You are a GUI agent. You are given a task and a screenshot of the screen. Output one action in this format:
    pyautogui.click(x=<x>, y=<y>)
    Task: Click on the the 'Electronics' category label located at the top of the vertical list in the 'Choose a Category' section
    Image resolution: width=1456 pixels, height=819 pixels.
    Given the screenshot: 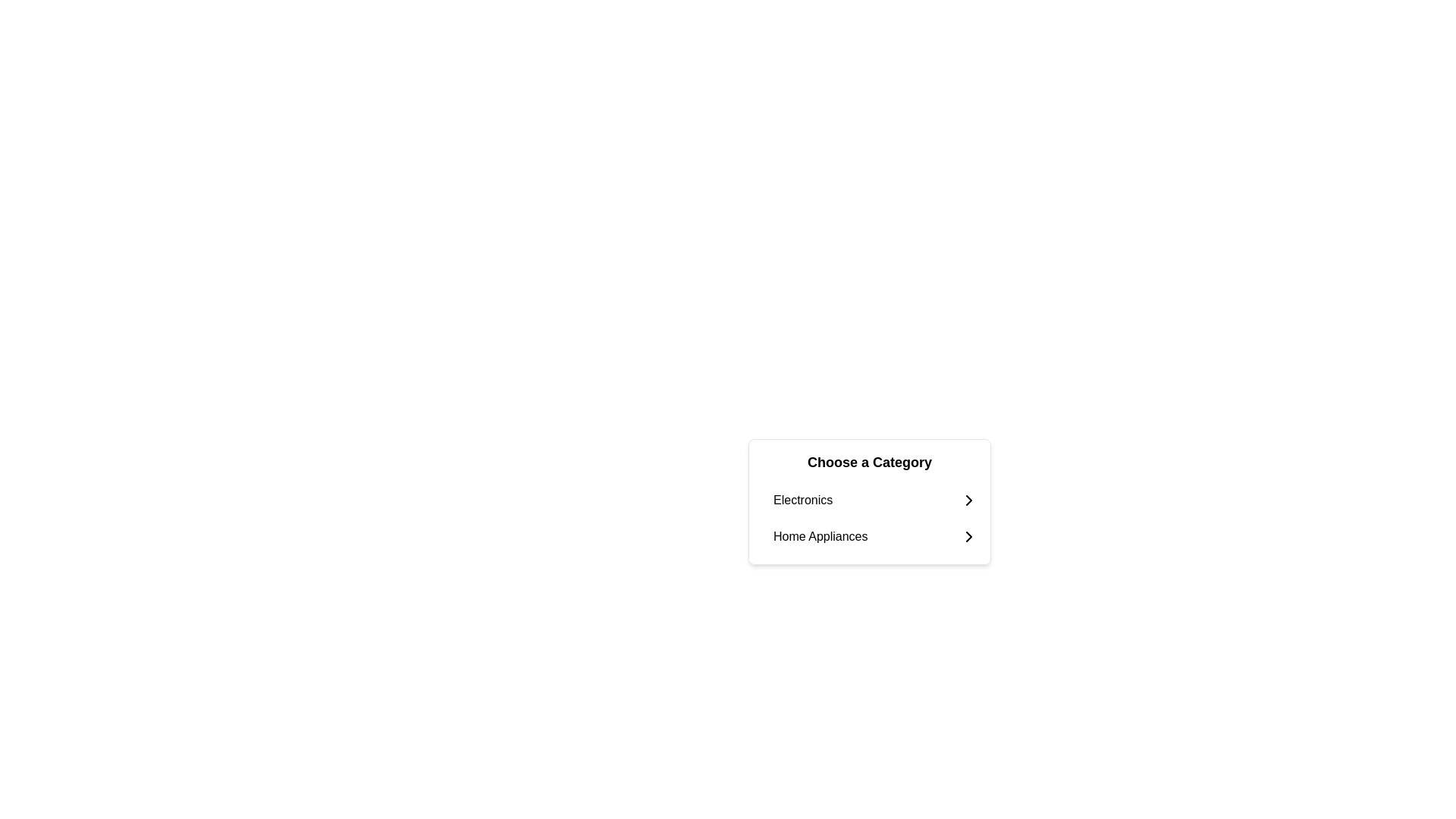 What is the action you would take?
    pyautogui.click(x=802, y=500)
    